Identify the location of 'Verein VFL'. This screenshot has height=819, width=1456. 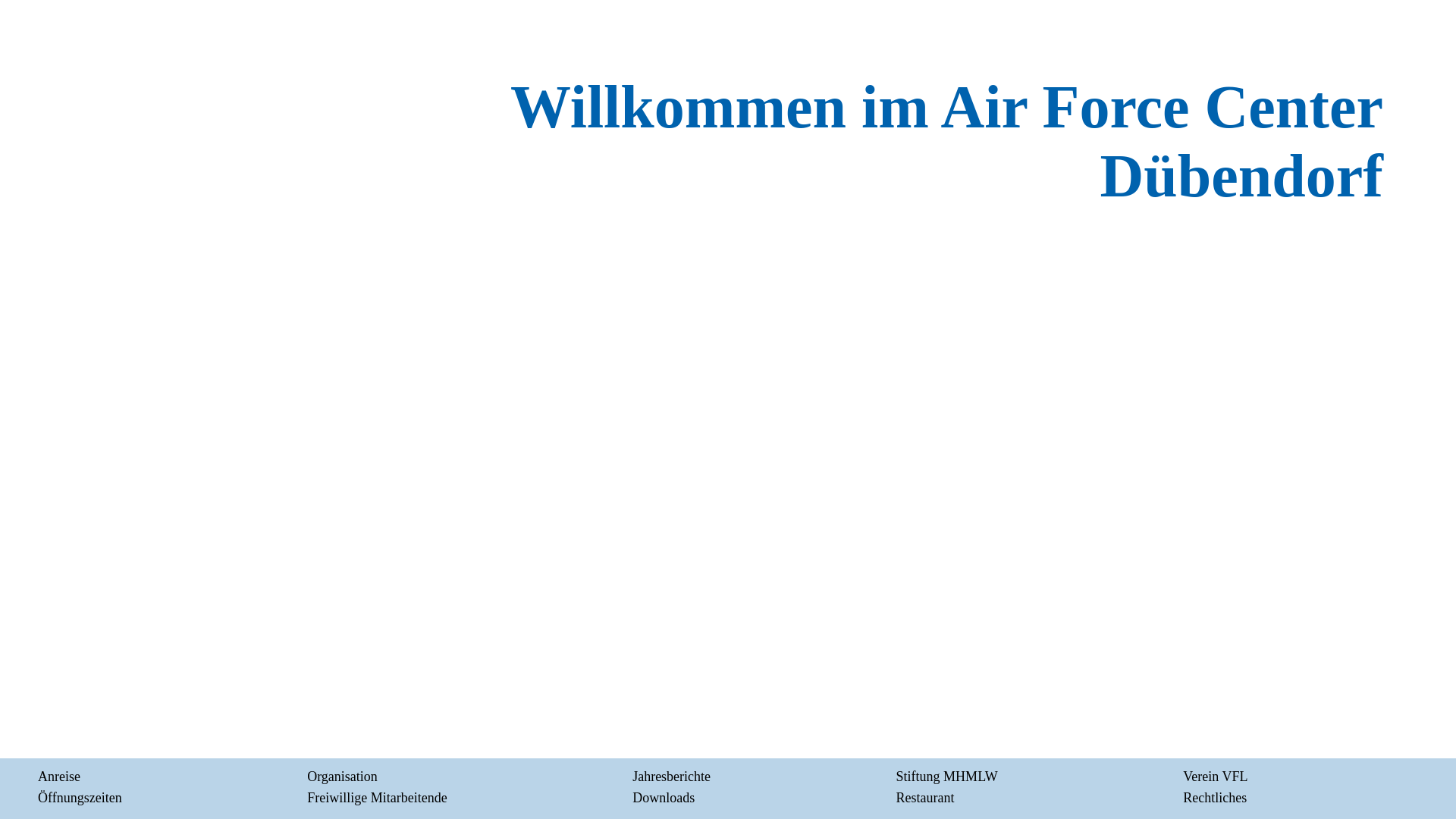
(1215, 776).